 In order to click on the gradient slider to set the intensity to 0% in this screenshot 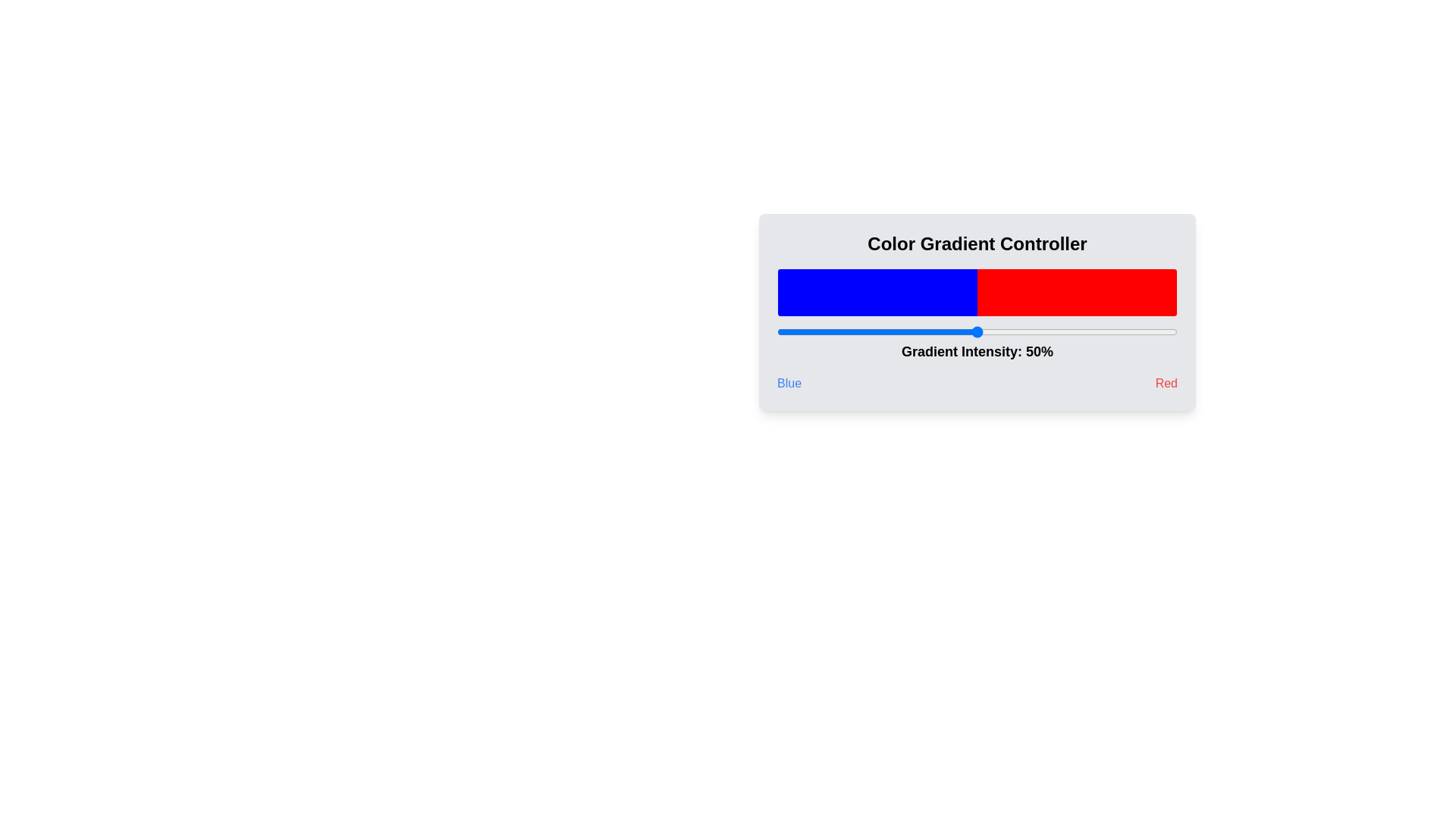, I will do `click(777, 331)`.